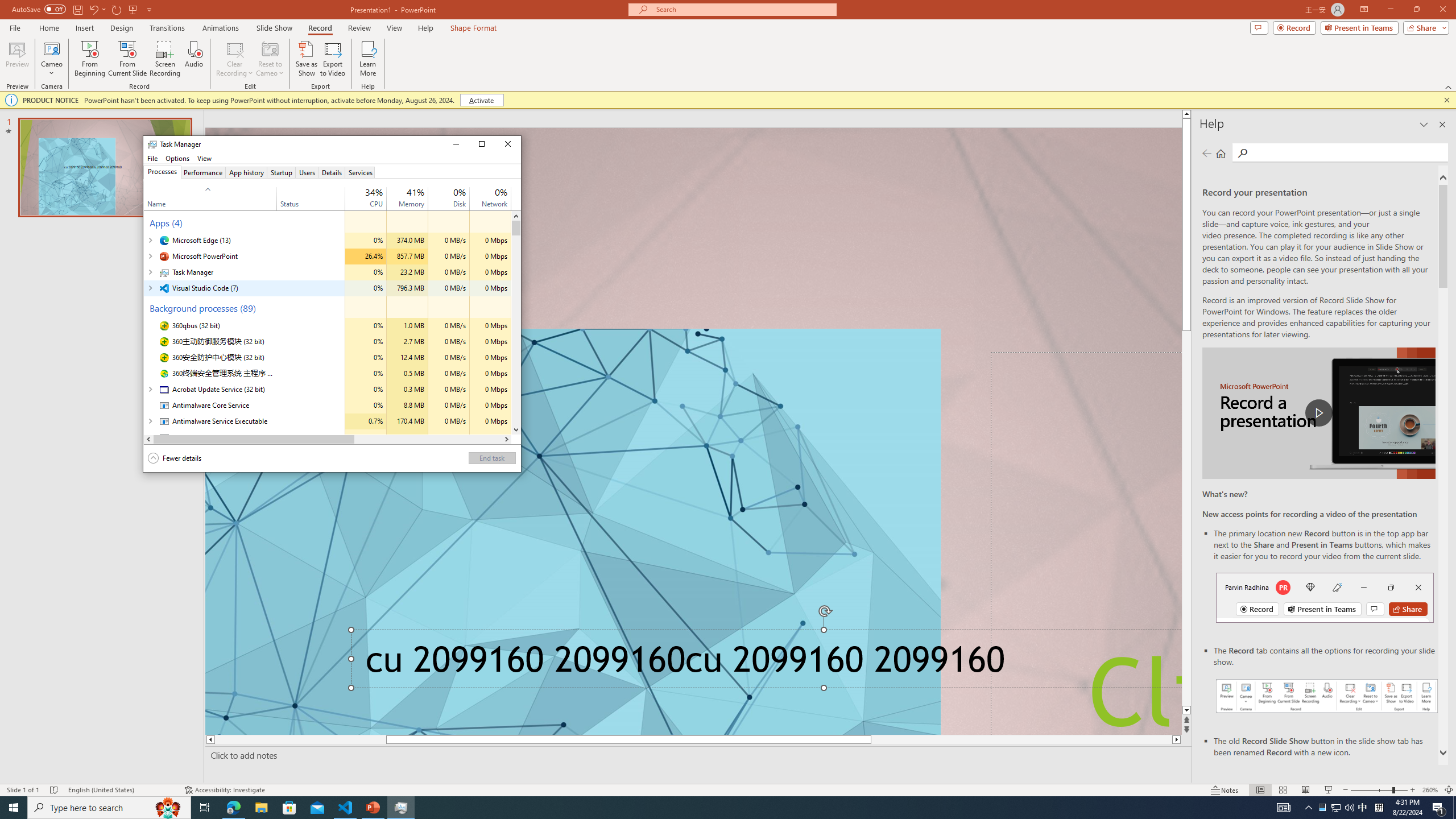 This screenshot has width=1456, height=819. I want to click on 'Users', so click(307, 172).